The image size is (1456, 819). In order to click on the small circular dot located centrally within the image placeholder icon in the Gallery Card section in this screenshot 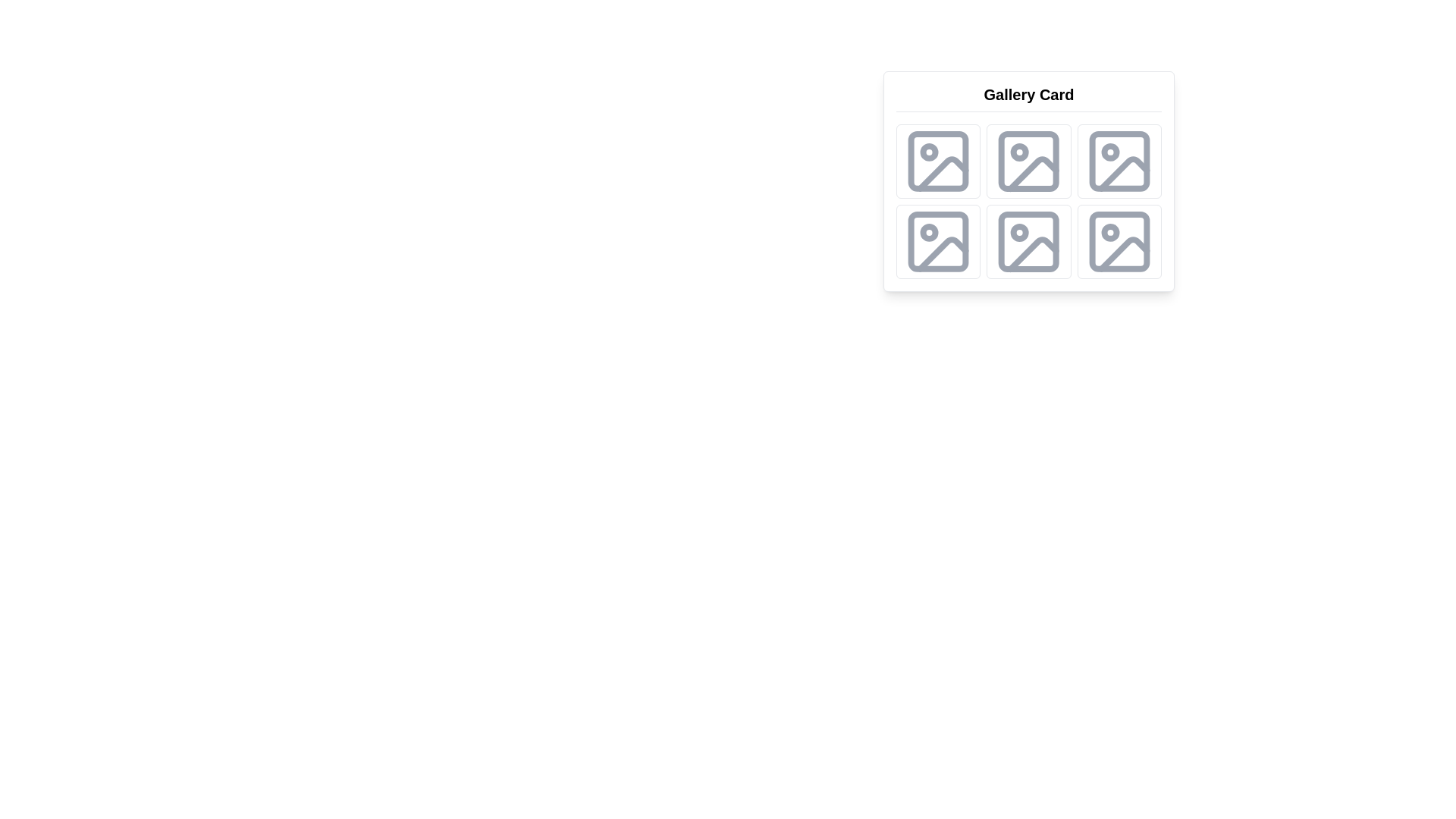, I will do `click(1019, 233)`.